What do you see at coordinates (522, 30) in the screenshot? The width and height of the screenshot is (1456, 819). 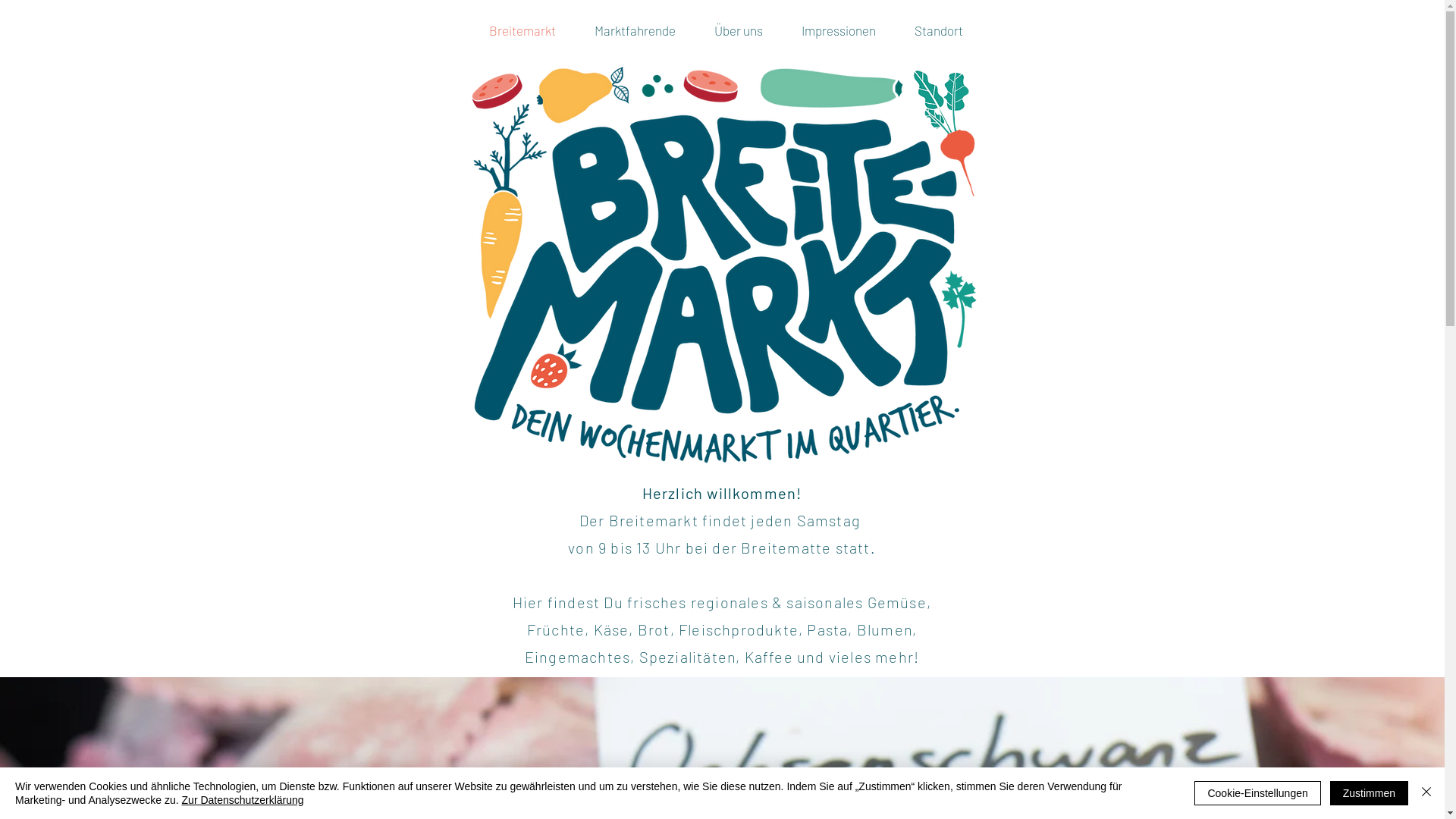 I see `'Breitemarkt'` at bounding box center [522, 30].